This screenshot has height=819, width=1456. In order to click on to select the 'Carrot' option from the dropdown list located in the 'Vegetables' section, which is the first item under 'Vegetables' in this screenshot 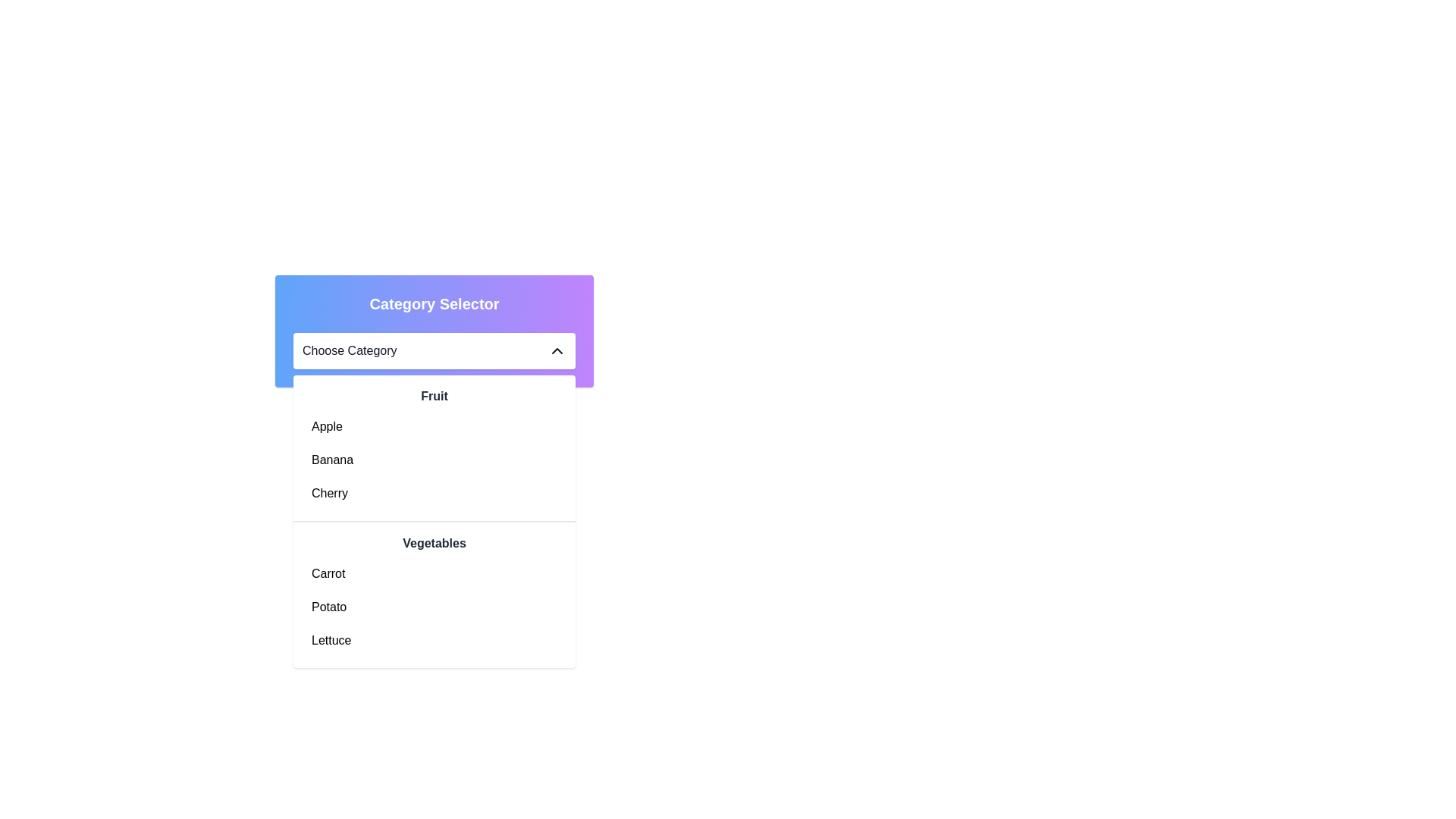, I will do `click(433, 573)`.